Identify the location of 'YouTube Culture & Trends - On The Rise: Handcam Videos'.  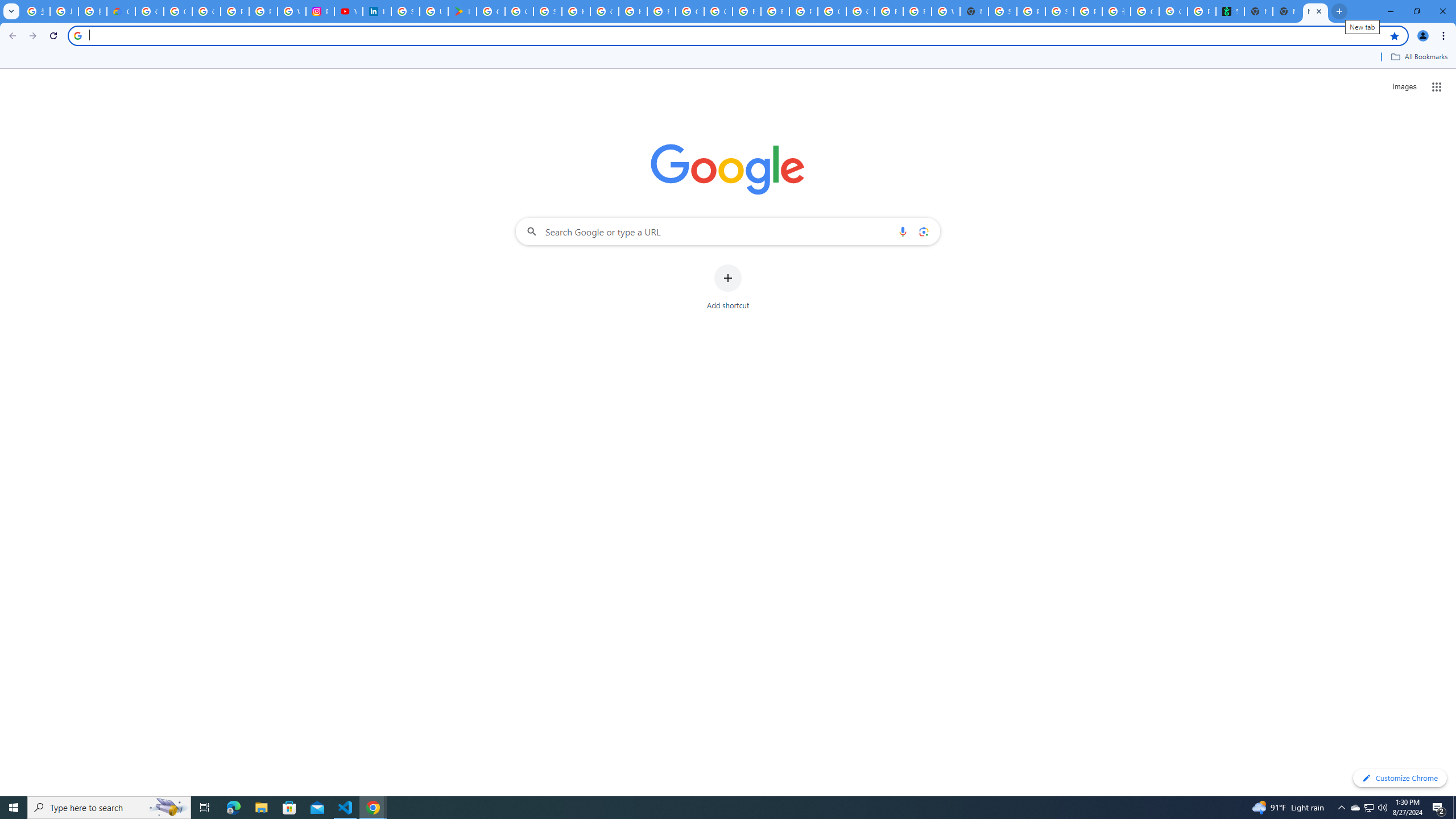
(348, 11).